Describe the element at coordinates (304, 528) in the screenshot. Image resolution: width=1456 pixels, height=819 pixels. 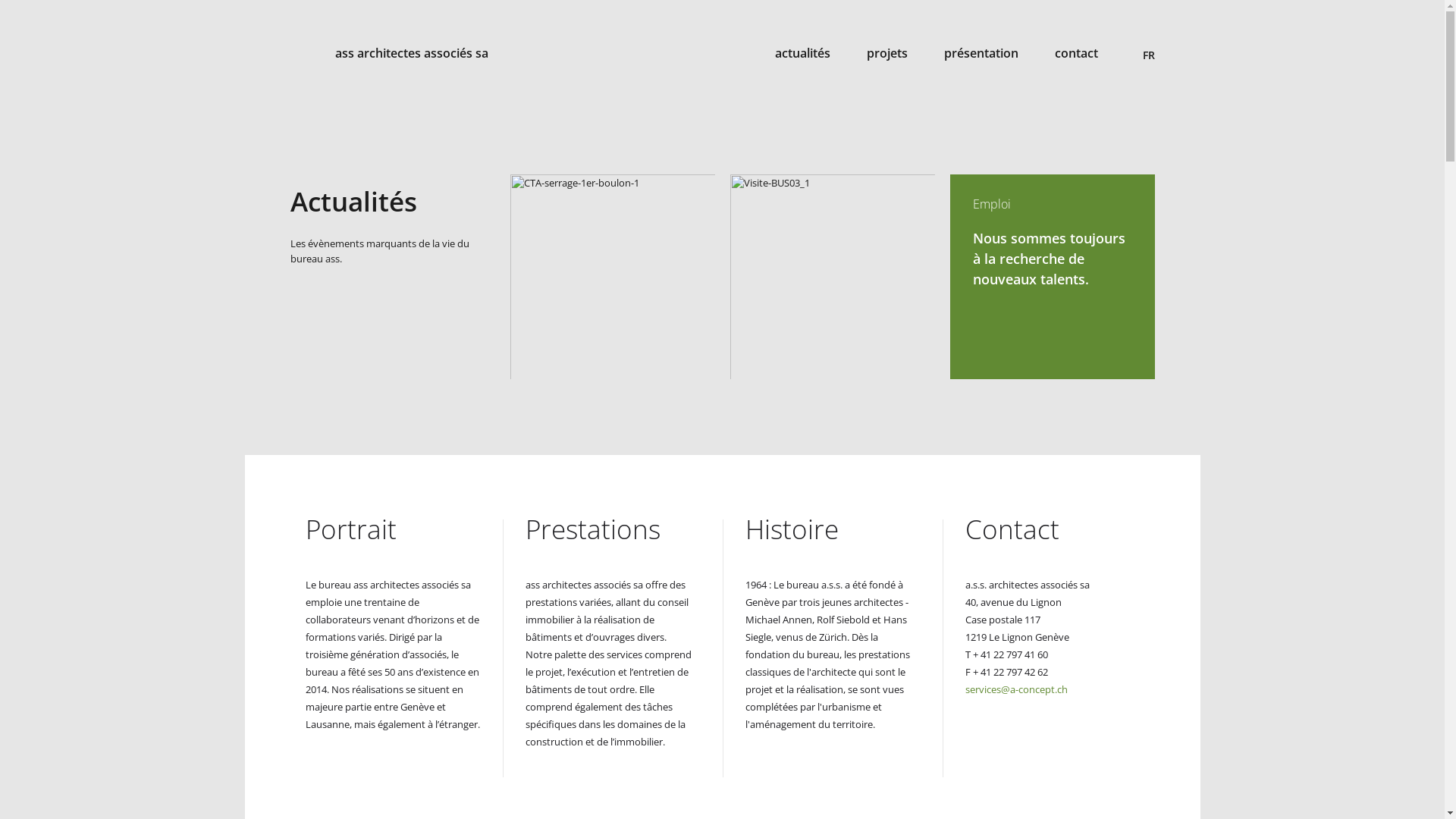
I see `'Portrait'` at that location.